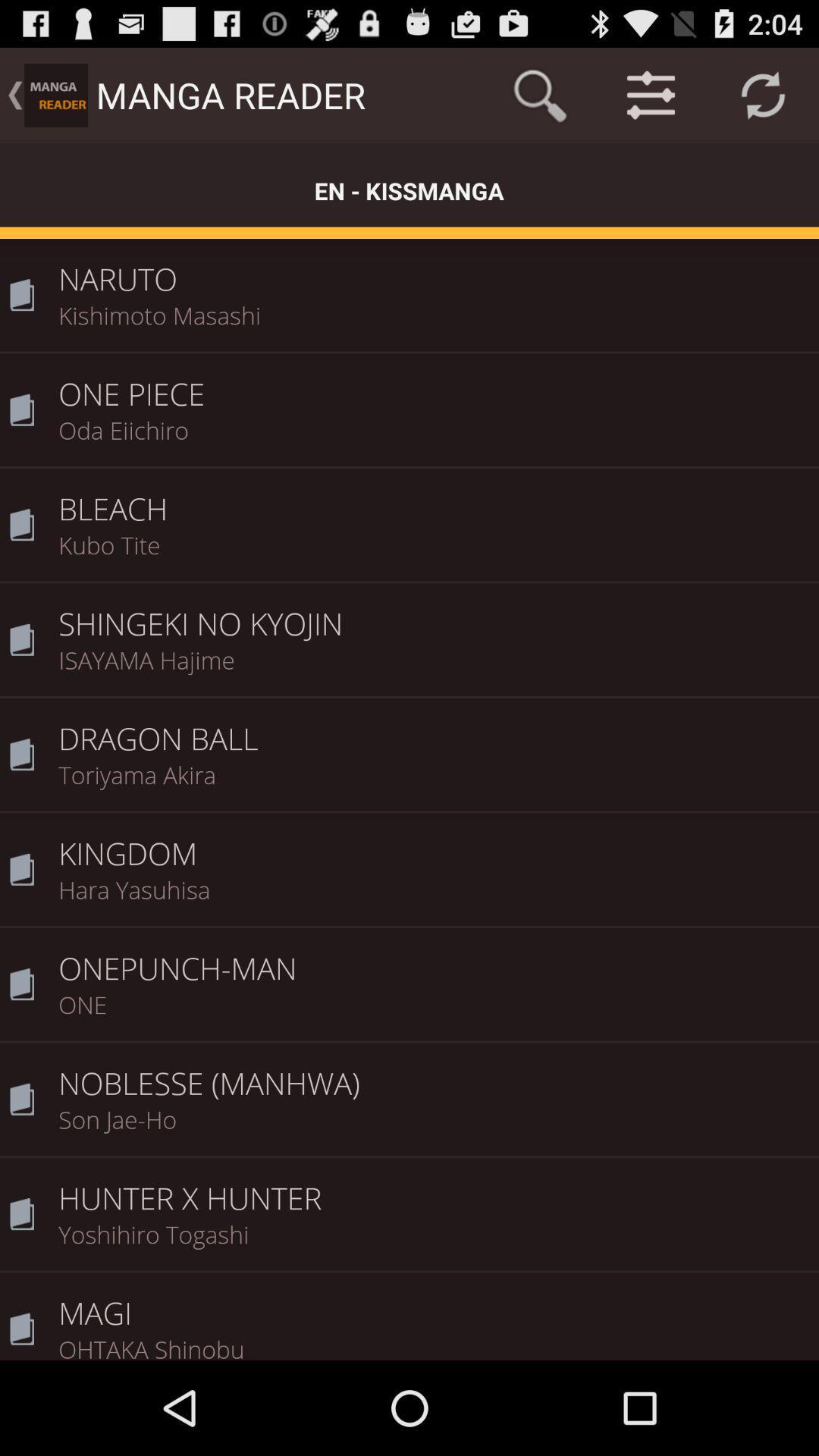 This screenshot has width=819, height=1456. I want to click on icon below the one item, so click(433, 1072).